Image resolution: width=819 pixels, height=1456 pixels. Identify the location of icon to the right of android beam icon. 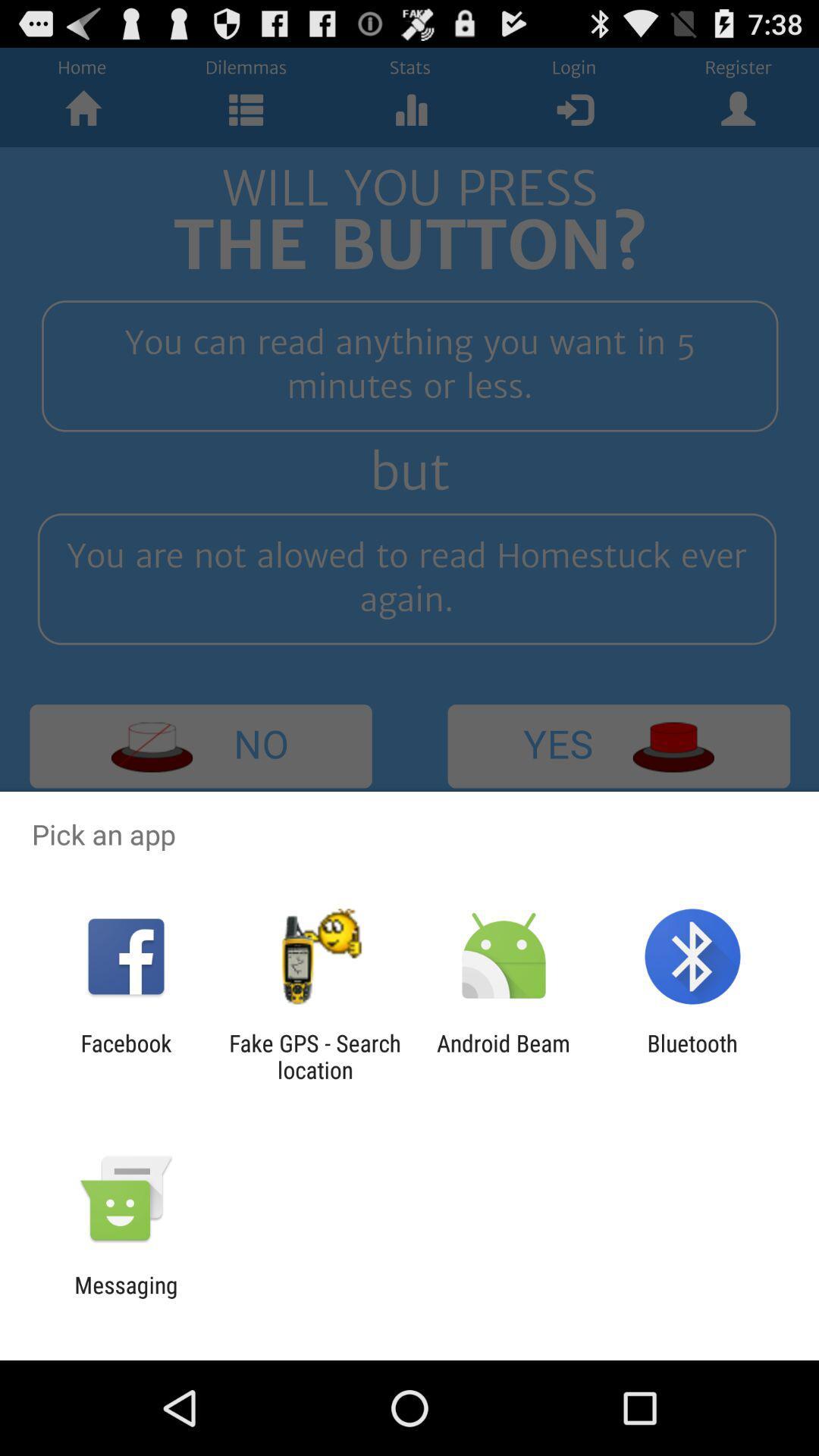
(692, 1056).